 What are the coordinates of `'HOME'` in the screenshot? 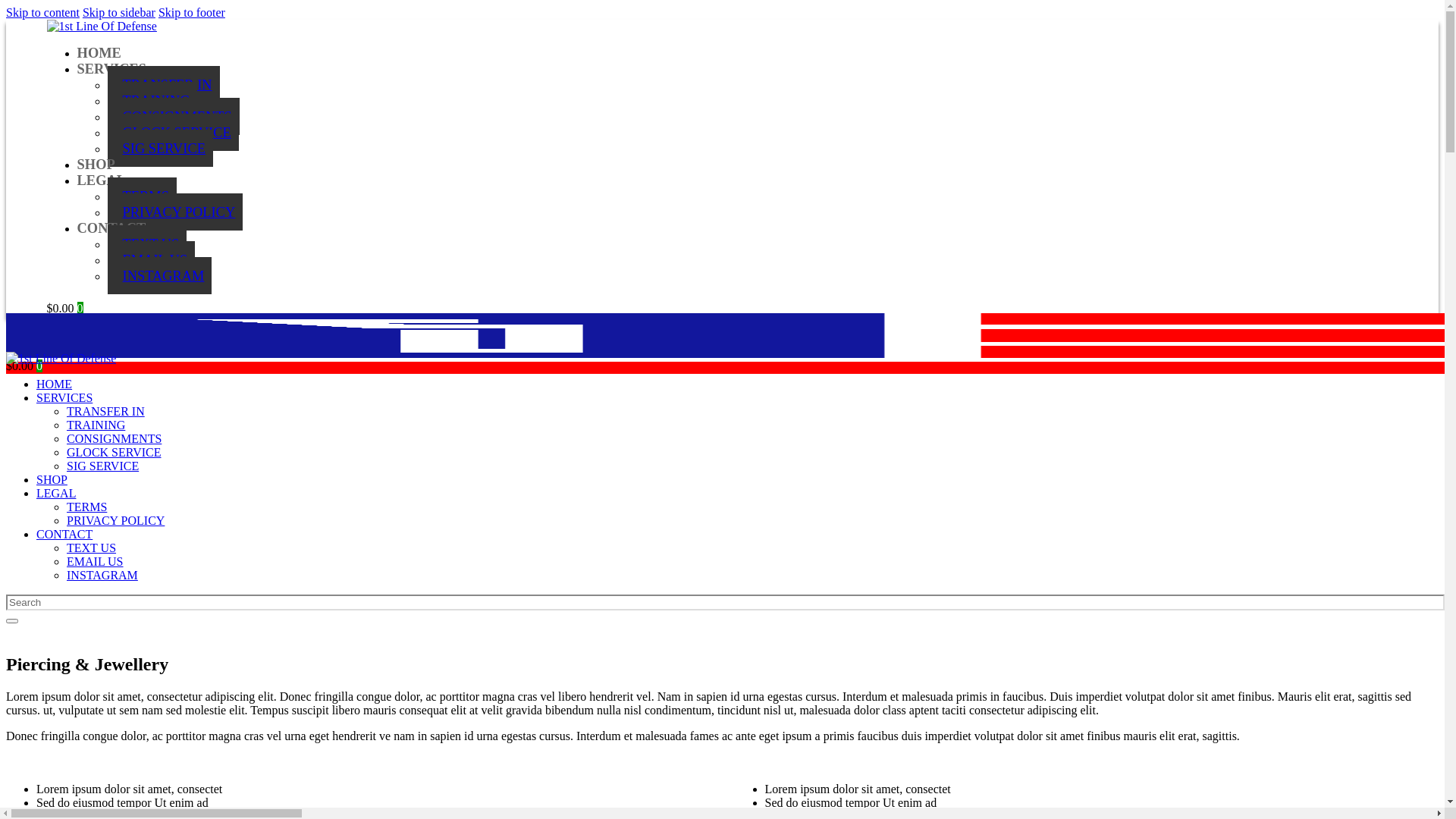 It's located at (54, 383).